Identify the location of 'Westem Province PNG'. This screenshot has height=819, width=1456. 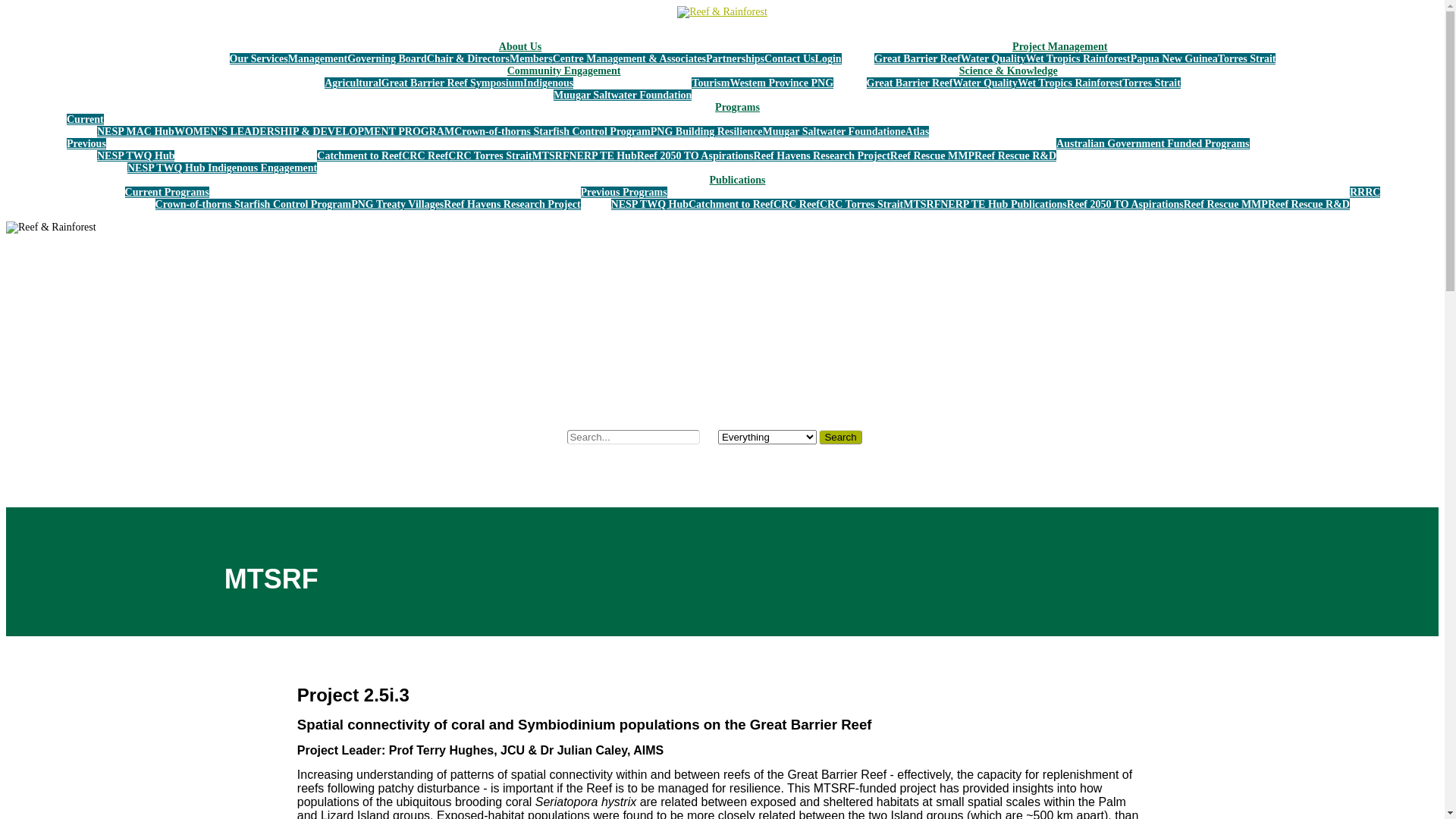
(781, 83).